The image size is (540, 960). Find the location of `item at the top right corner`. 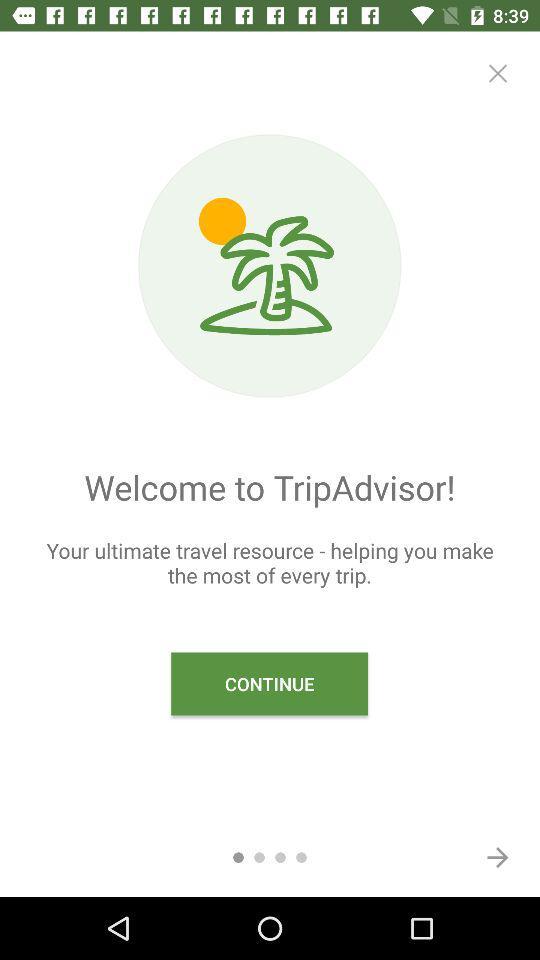

item at the top right corner is located at coordinates (496, 73).